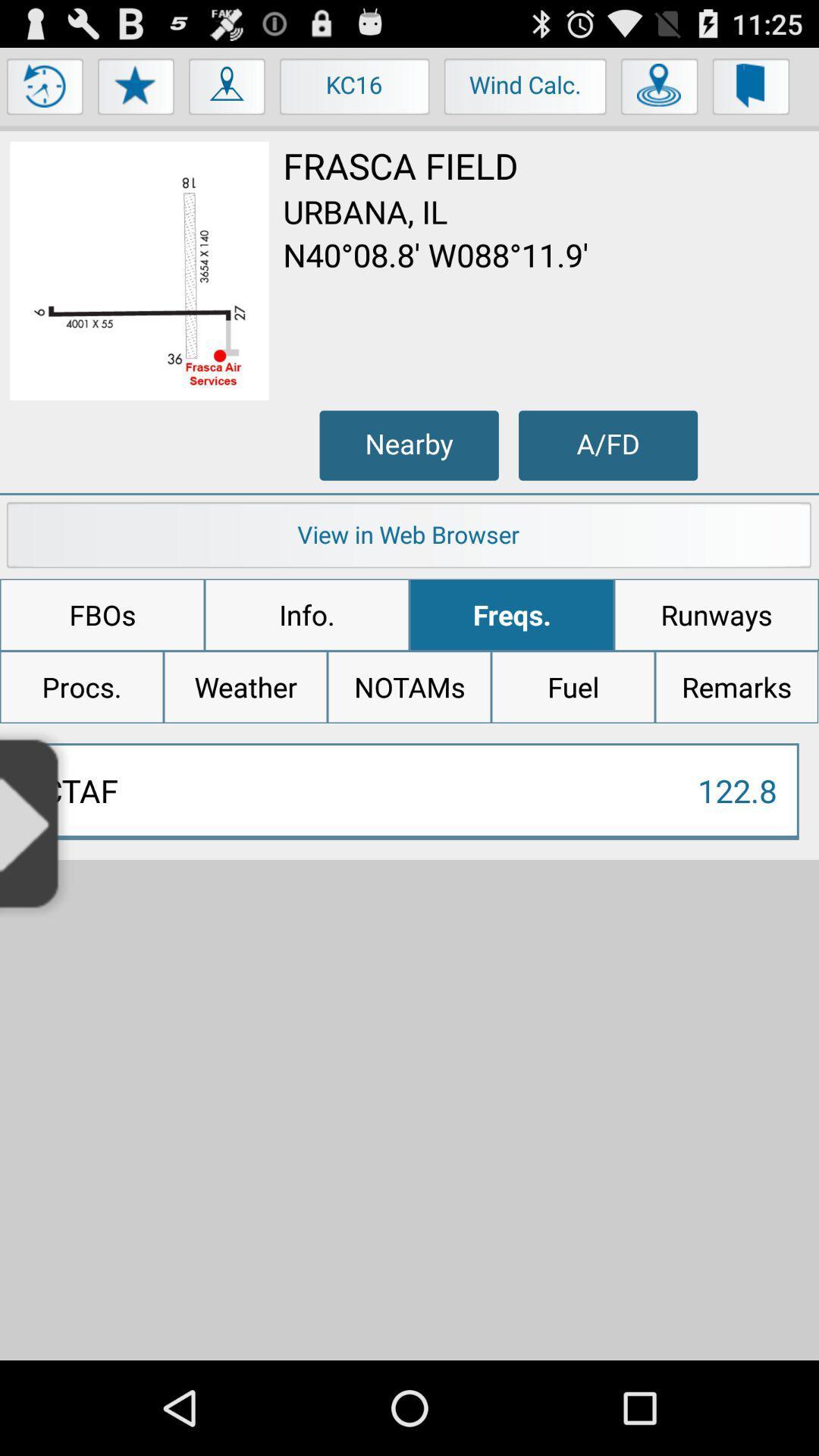  I want to click on the item to the left of kc16 button, so click(227, 89).